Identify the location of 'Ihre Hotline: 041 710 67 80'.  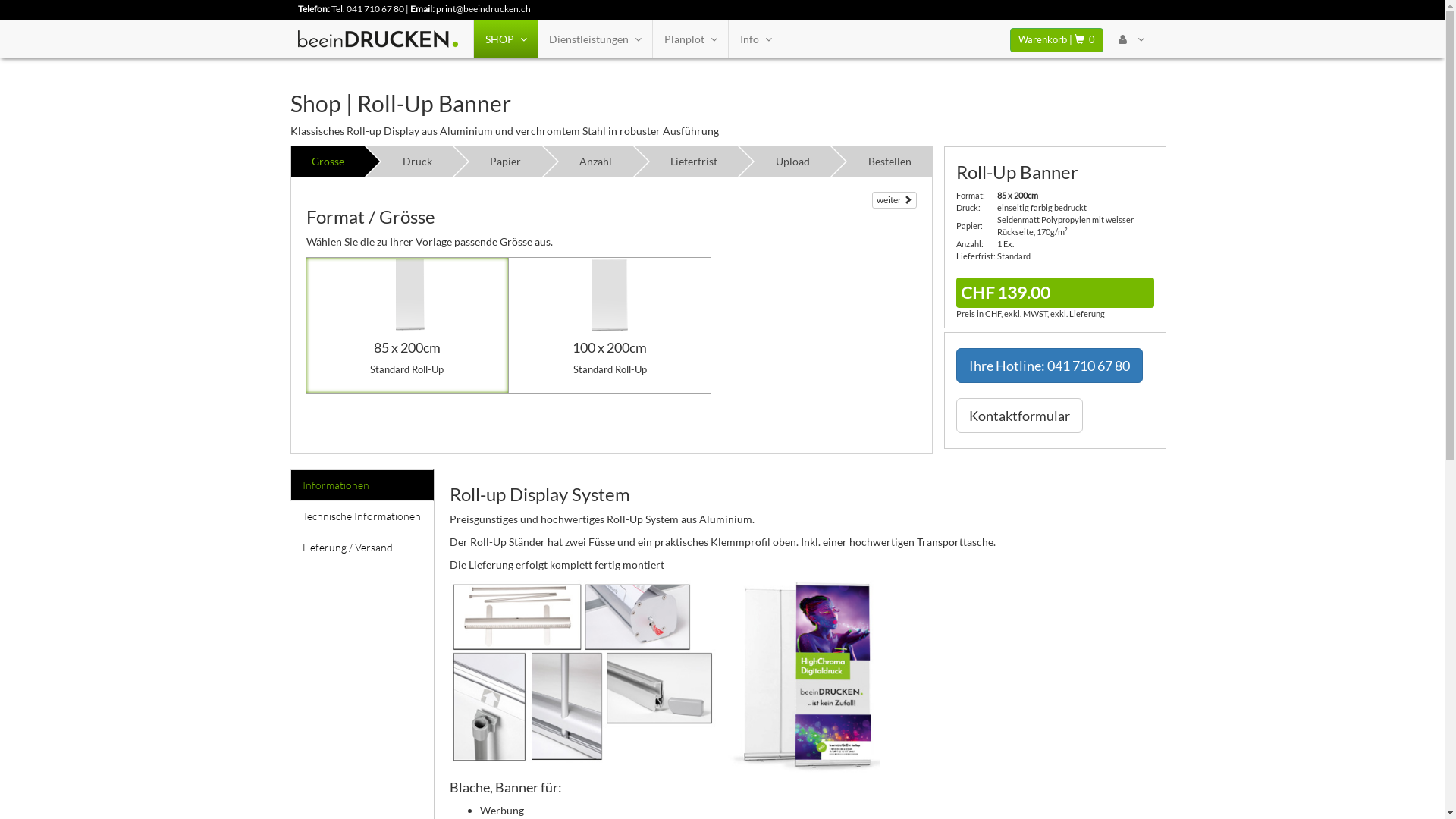
(1048, 366).